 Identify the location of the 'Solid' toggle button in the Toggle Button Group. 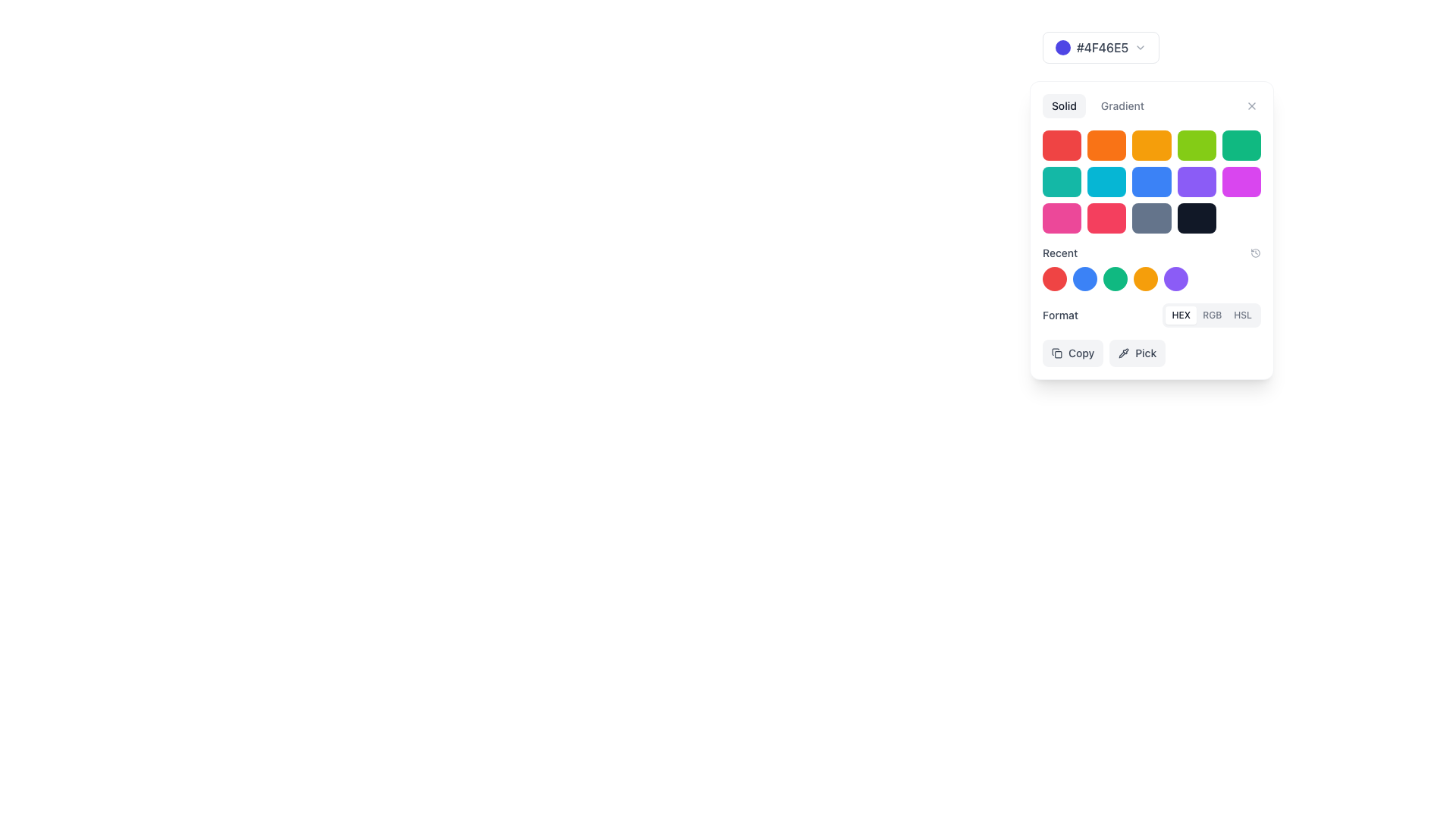
(1151, 105).